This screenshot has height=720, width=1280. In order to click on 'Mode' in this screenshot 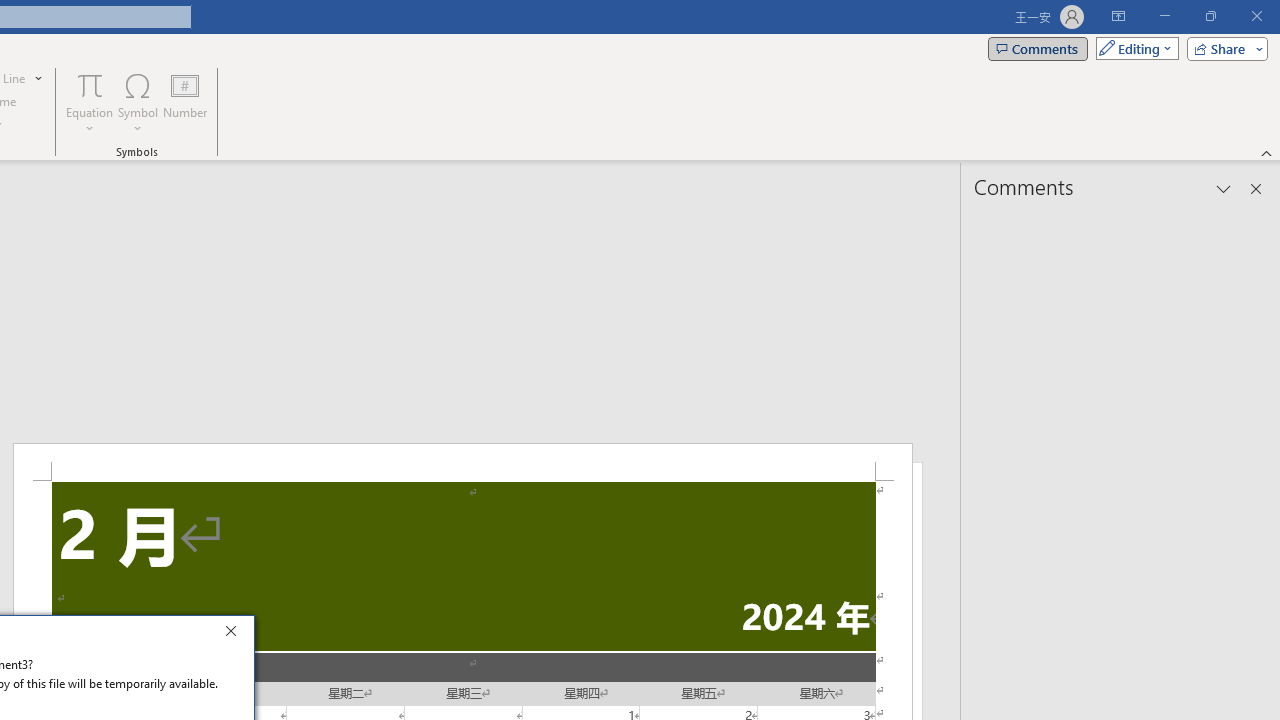, I will do `click(1133, 47)`.